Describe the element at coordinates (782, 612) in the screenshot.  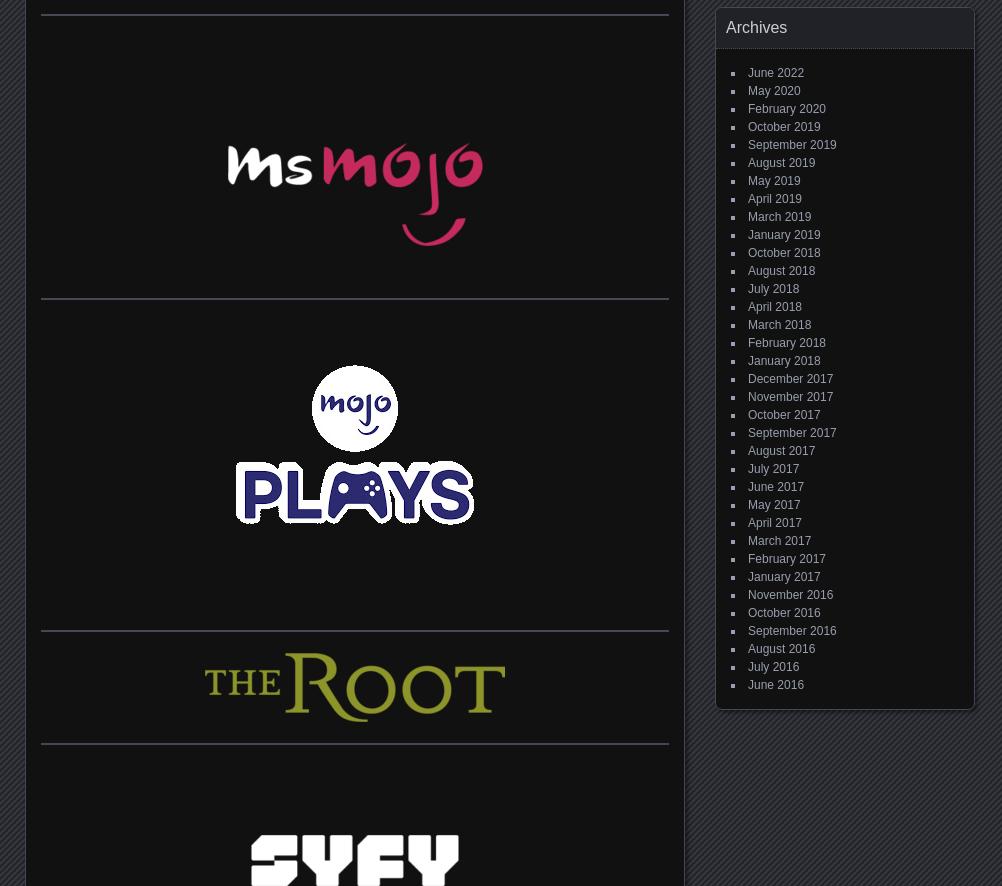
I see `'October 2016'` at that location.